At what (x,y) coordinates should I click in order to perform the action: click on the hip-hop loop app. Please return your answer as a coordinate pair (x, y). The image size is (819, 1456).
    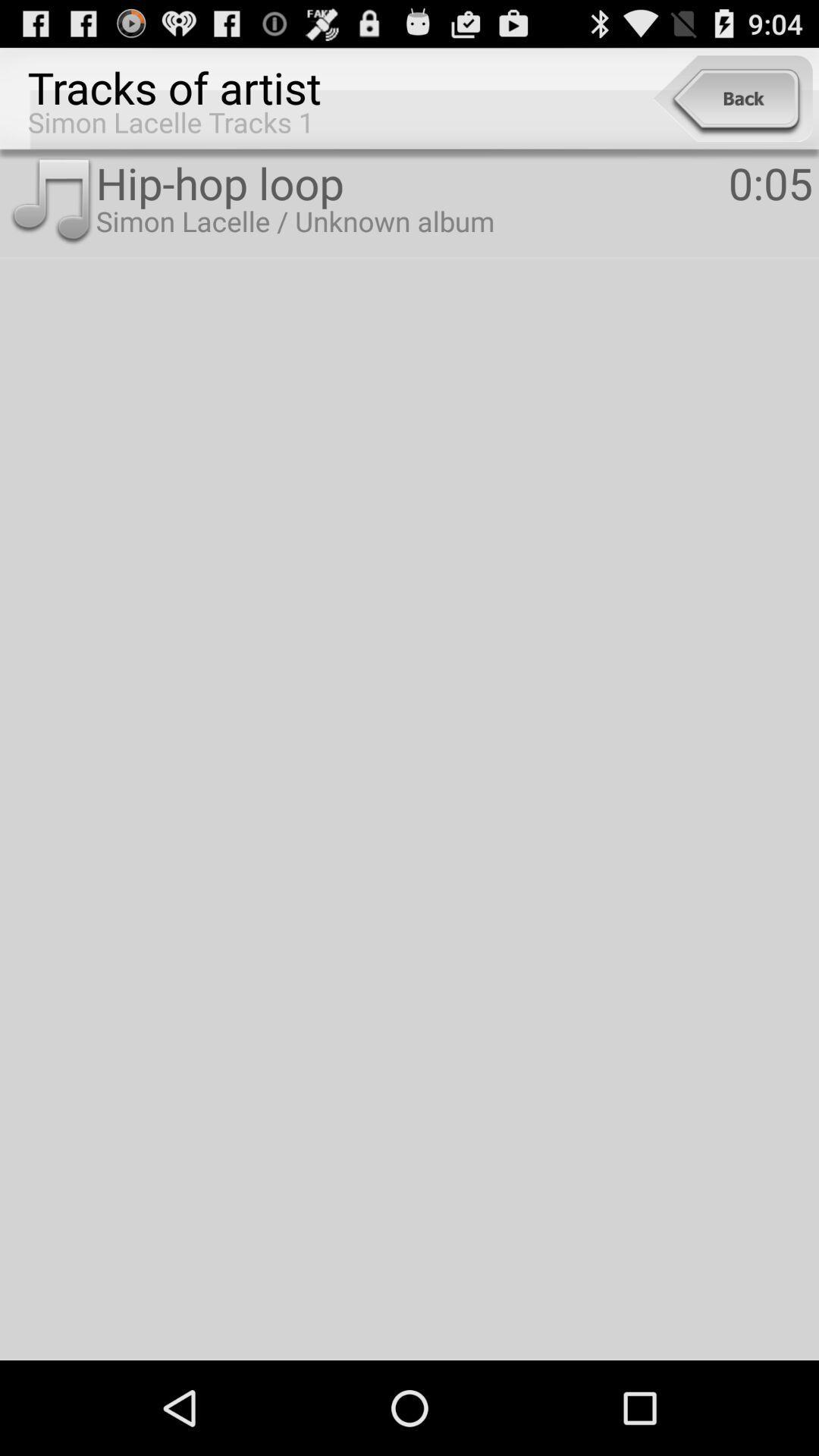
    Looking at the image, I should click on (412, 182).